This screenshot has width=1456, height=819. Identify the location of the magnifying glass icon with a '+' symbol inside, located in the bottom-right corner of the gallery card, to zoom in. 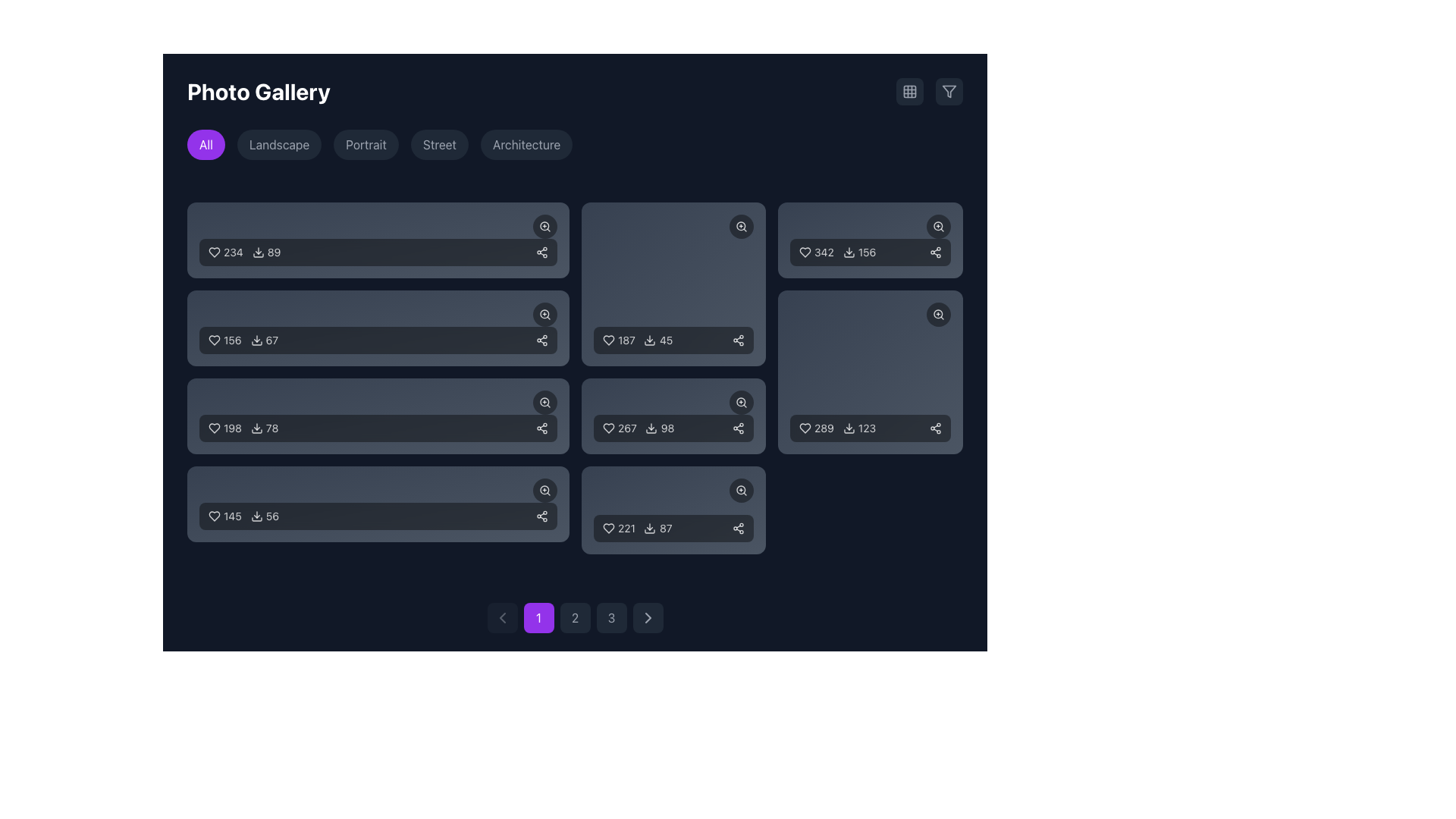
(742, 402).